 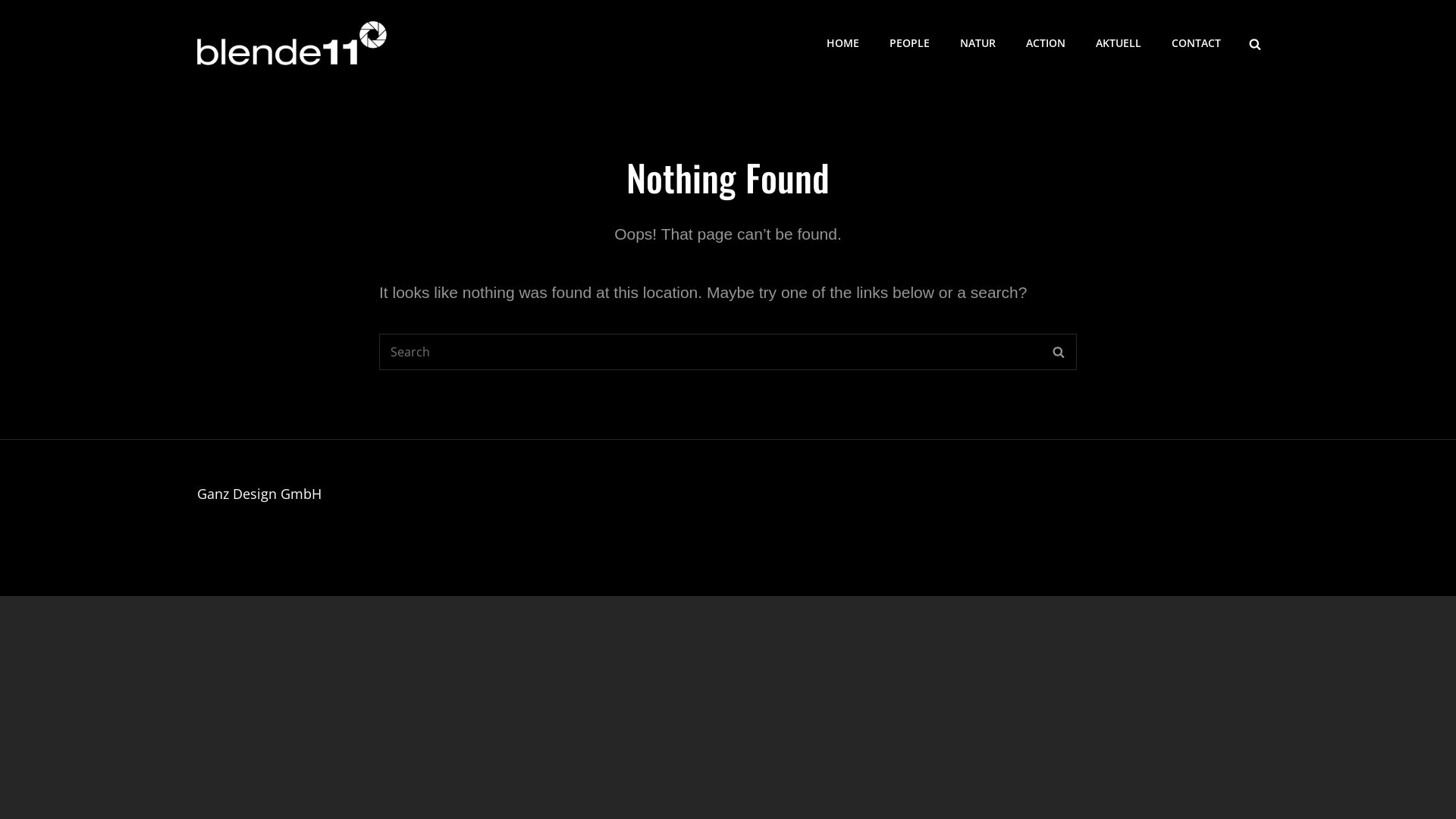 What do you see at coordinates (1195, 42) in the screenshot?
I see `'CONTACT'` at bounding box center [1195, 42].